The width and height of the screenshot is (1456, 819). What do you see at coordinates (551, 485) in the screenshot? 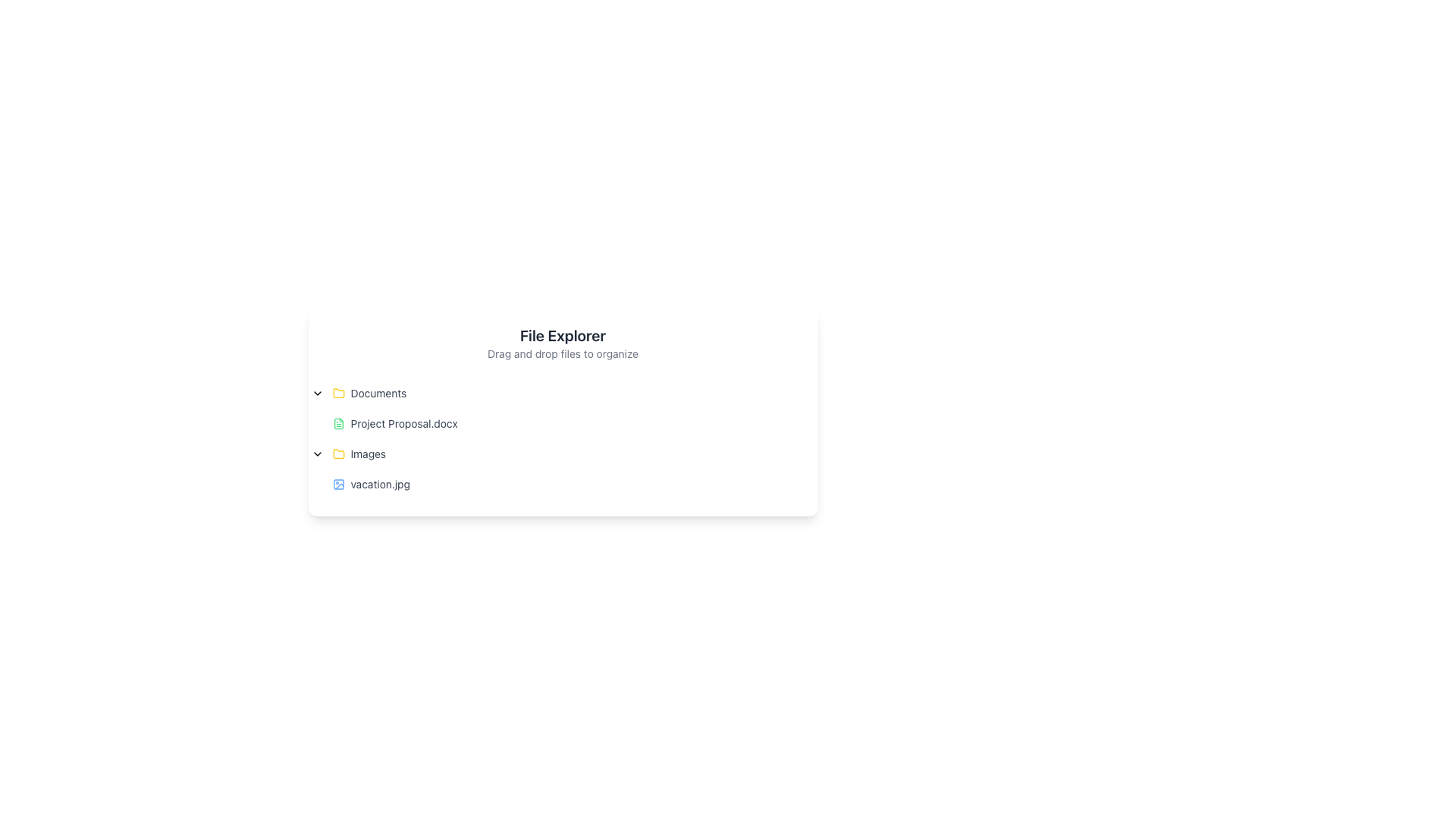
I see `the file item labeled 'vacation.jpg'` at bounding box center [551, 485].